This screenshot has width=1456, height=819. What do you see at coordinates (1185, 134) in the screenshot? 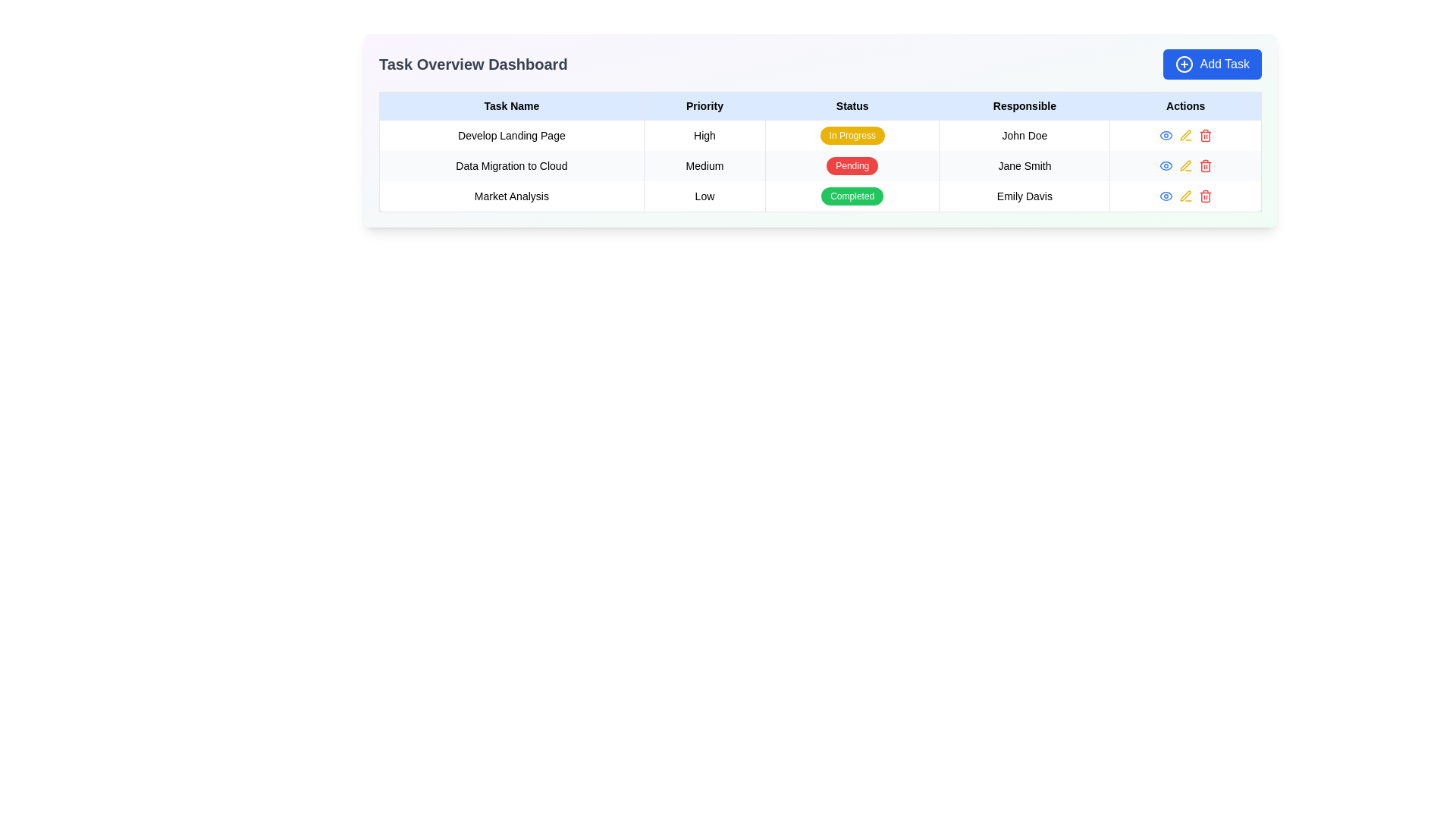
I see `the second 'edit' icon button in the 'Actions' column of the task table, which allows users to modify task details` at bounding box center [1185, 134].